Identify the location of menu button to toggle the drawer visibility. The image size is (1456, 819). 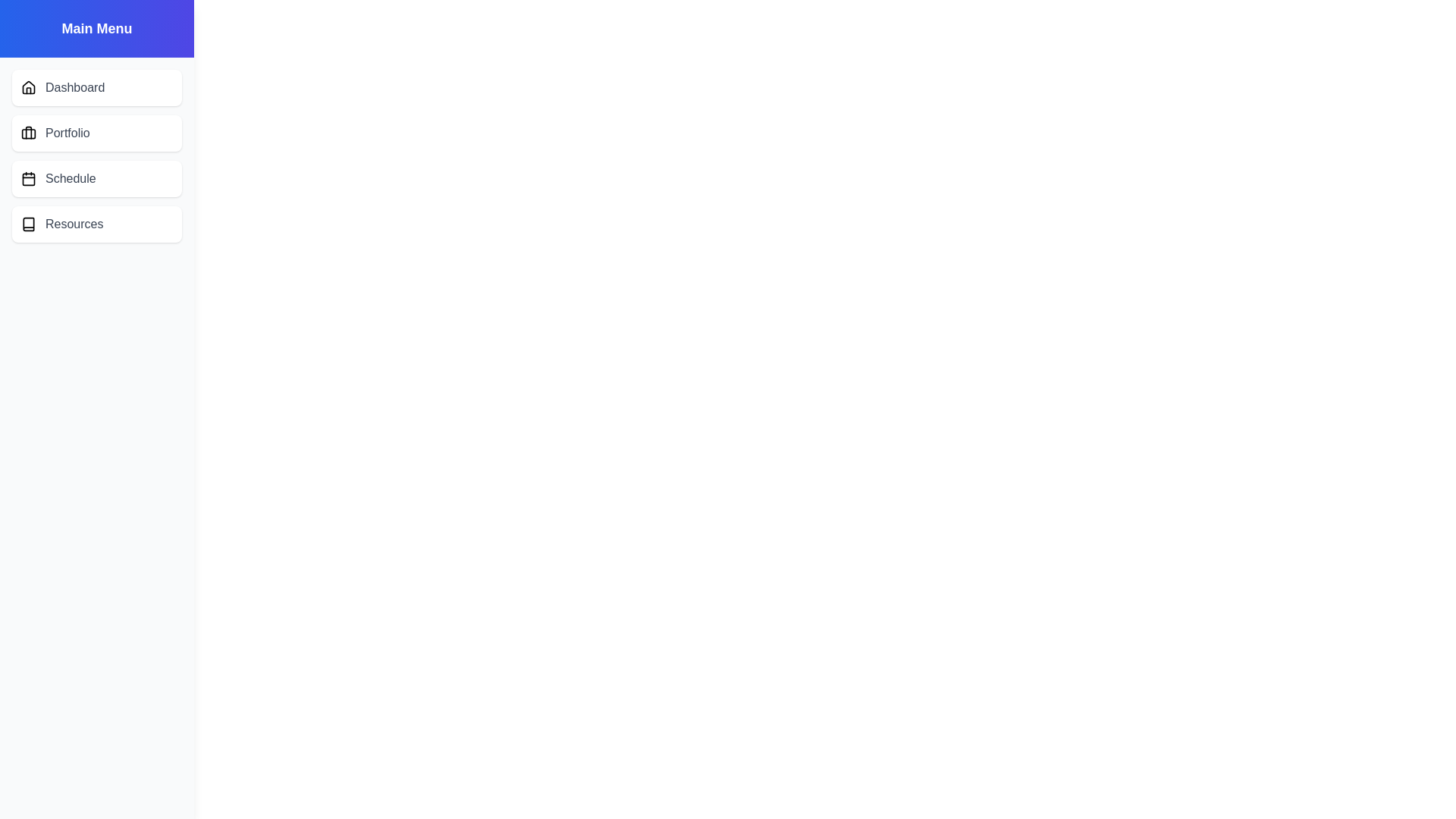
(36, 38).